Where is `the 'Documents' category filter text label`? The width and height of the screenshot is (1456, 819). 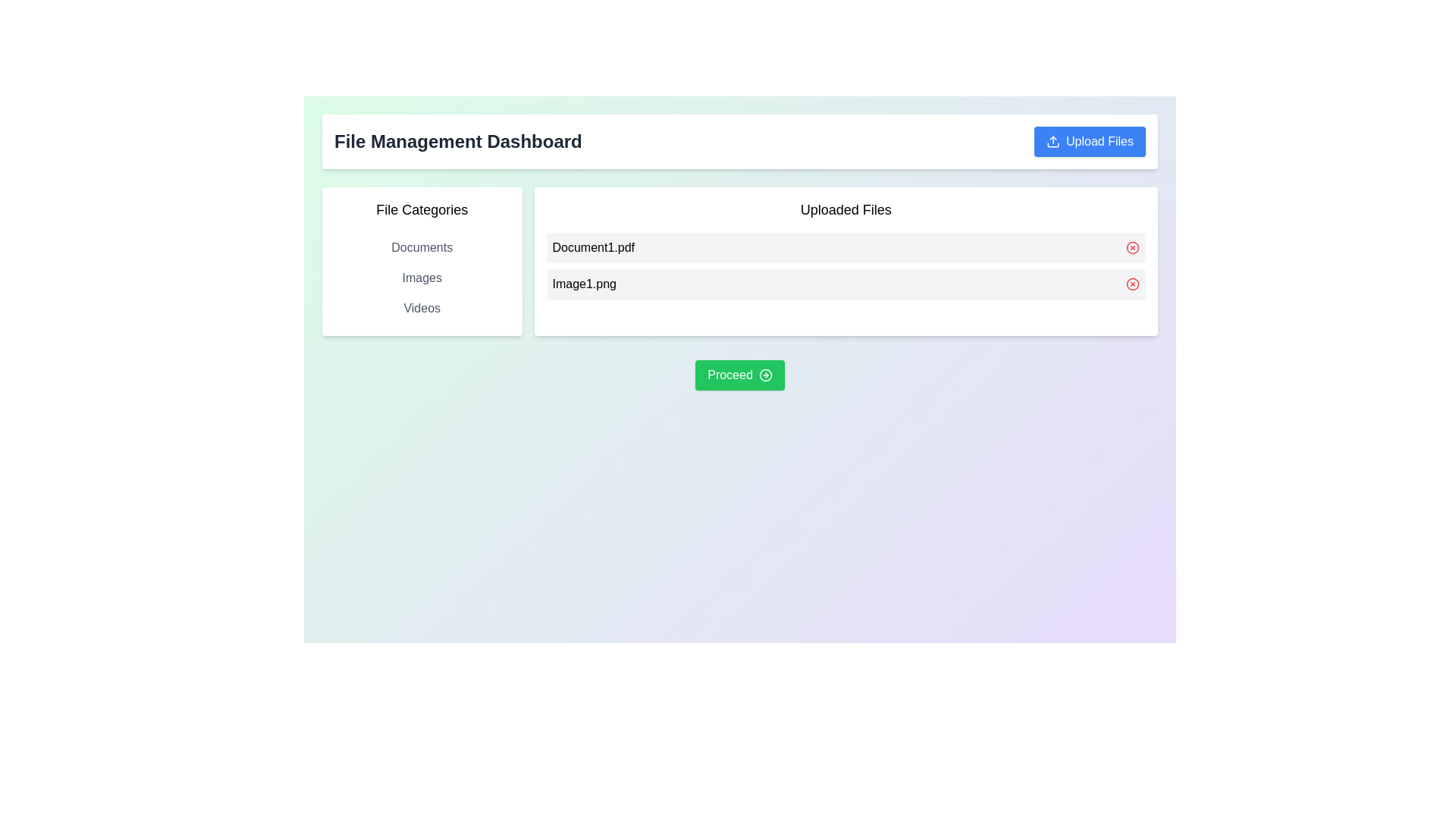
the 'Documents' category filter text label is located at coordinates (422, 247).